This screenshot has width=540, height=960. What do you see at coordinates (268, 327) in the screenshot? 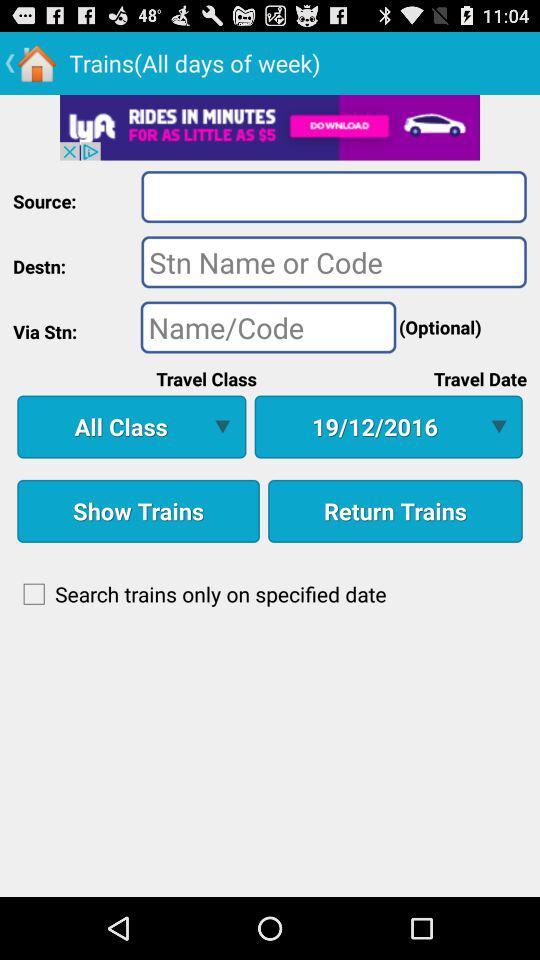
I see `station code` at bounding box center [268, 327].